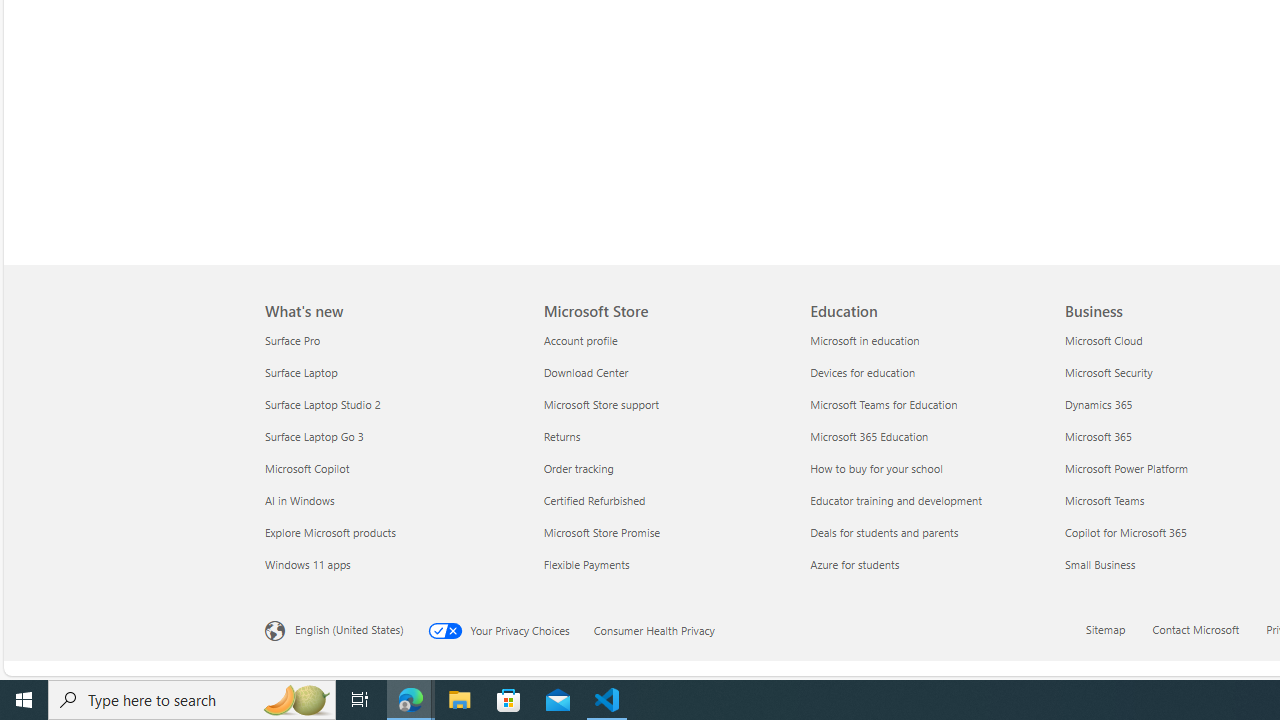 The width and height of the screenshot is (1280, 720). What do you see at coordinates (1099, 563) in the screenshot?
I see `'Small Business Business'` at bounding box center [1099, 563].